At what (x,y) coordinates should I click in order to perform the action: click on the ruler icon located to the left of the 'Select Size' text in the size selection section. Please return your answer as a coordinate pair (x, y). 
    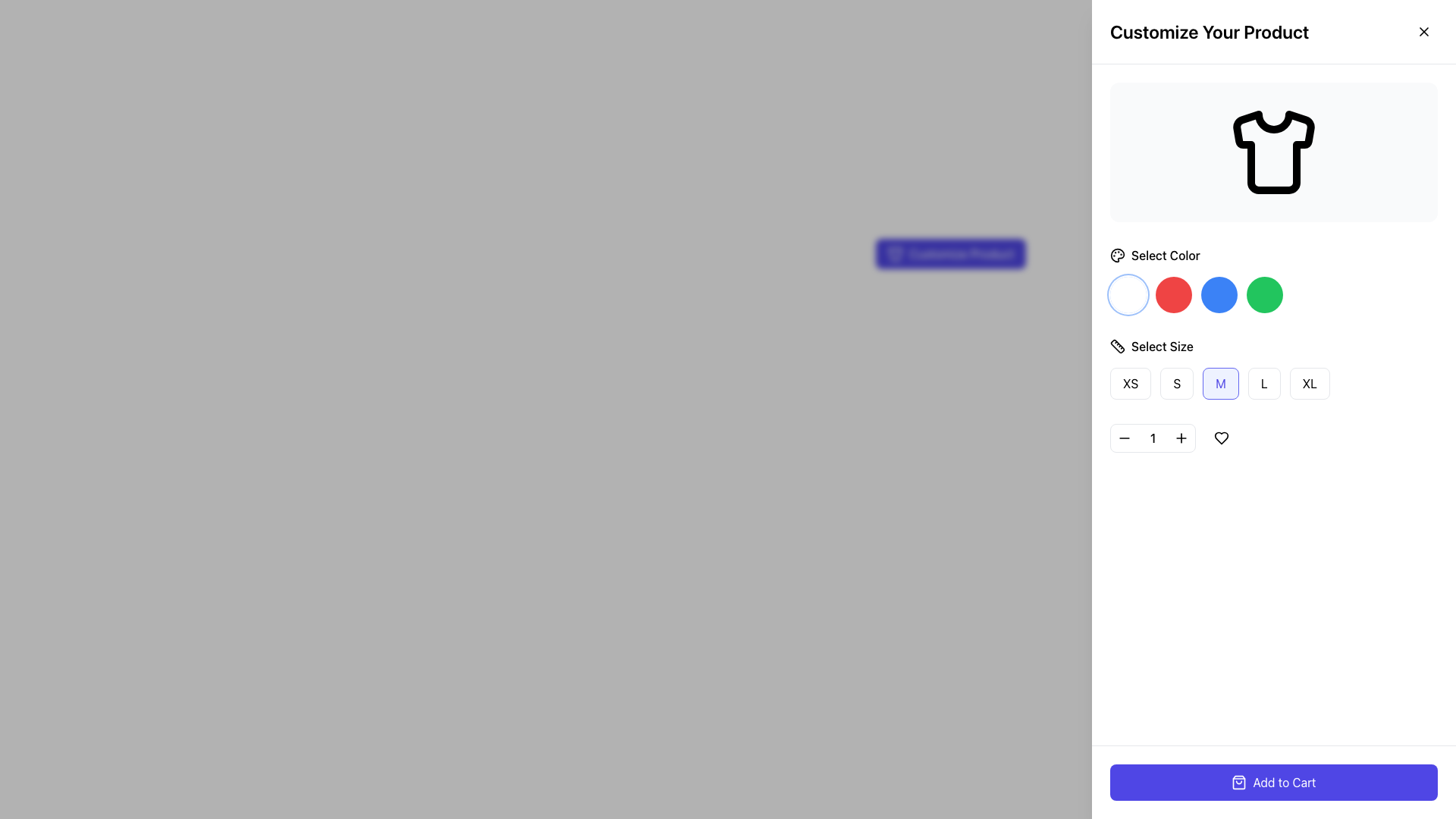
    Looking at the image, I should click on (1117, 346).